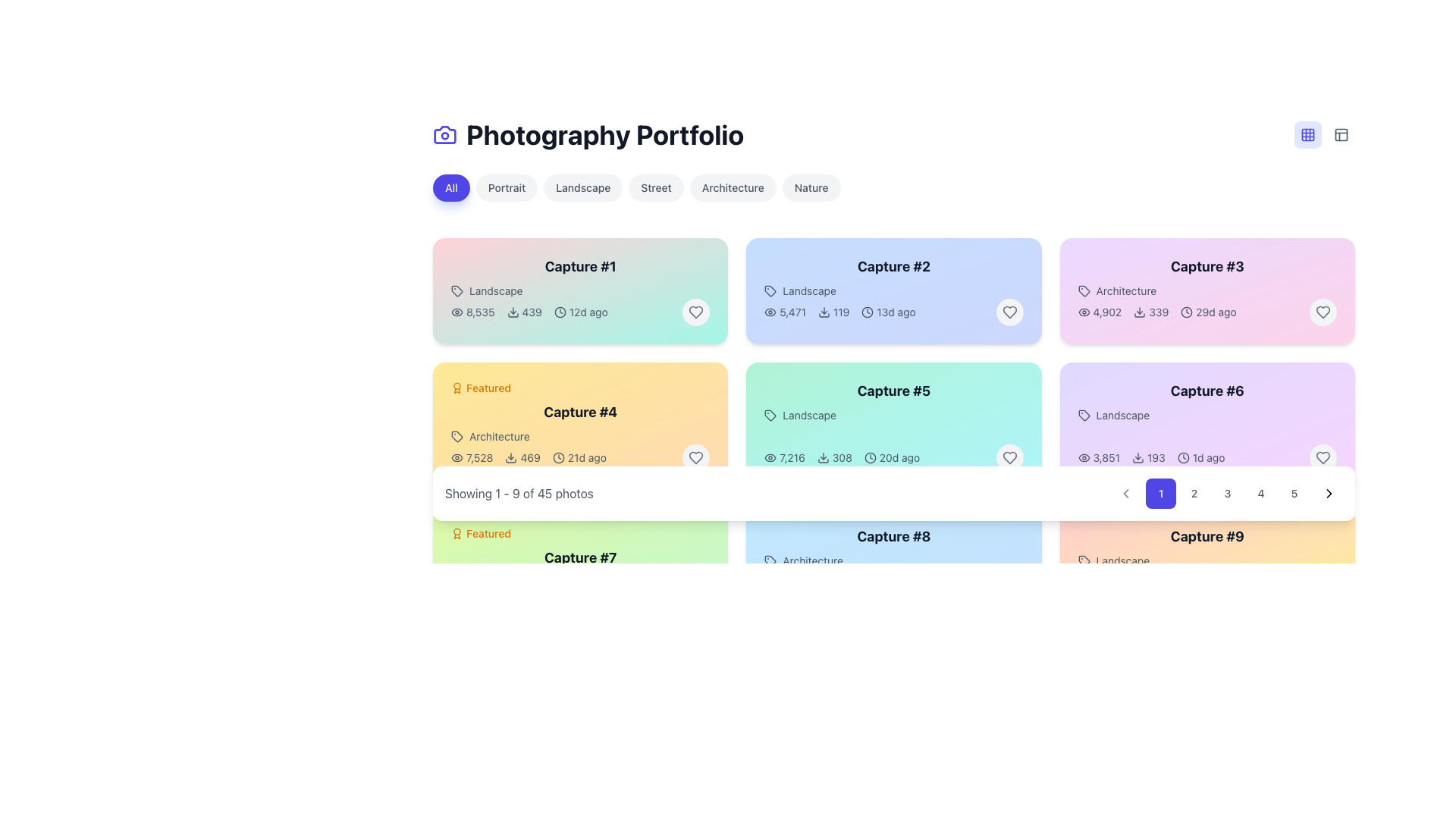  What do you see at coordinates (1324, 133) in the screenshot?
I see `the toggle group containing buttons for layout view selection, positioned near the top-right corner of the interface` at bounding box center [1324, 133].